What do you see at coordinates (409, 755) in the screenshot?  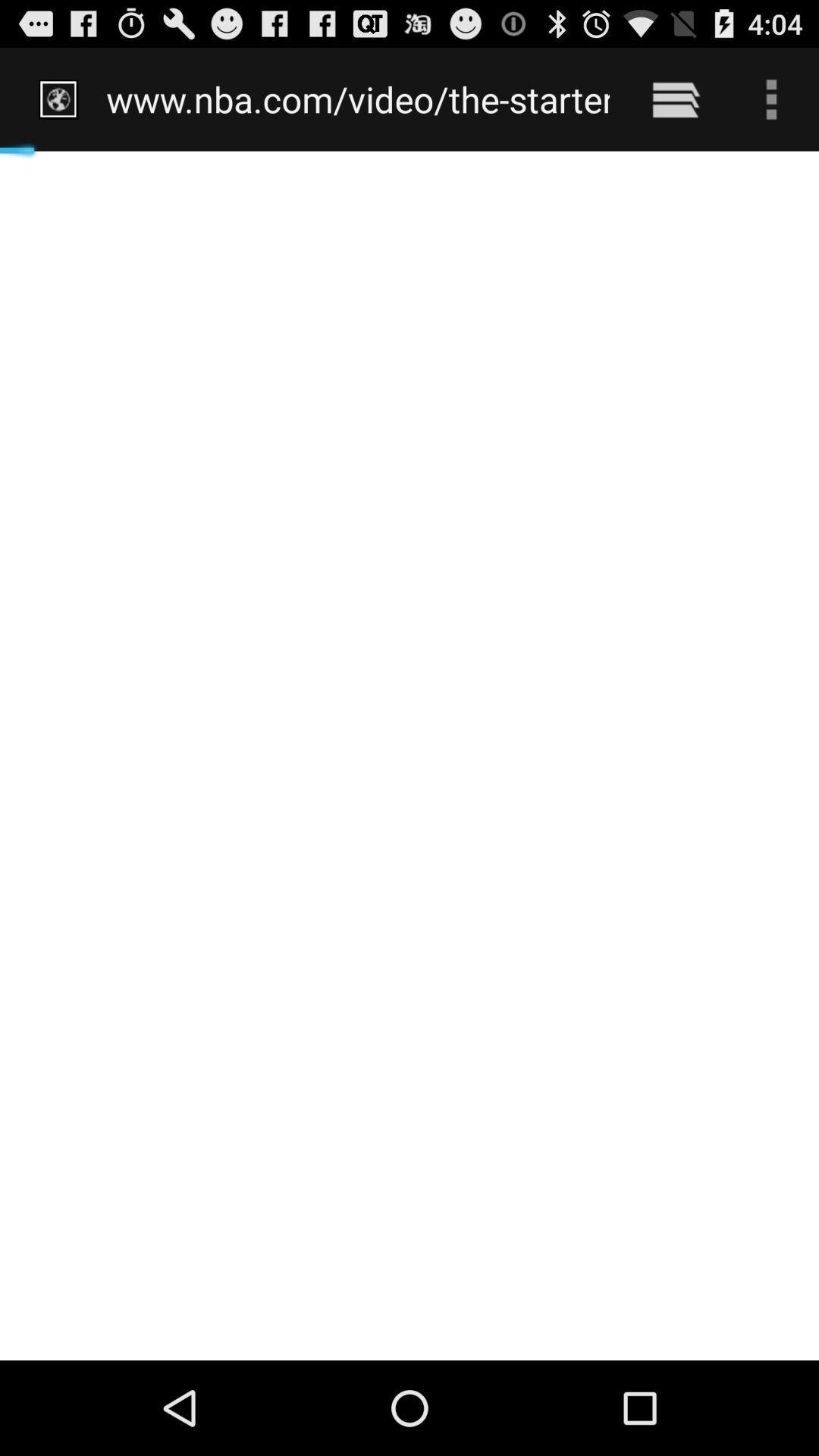 I see `the item at the center` at bounding box center [409, 755].